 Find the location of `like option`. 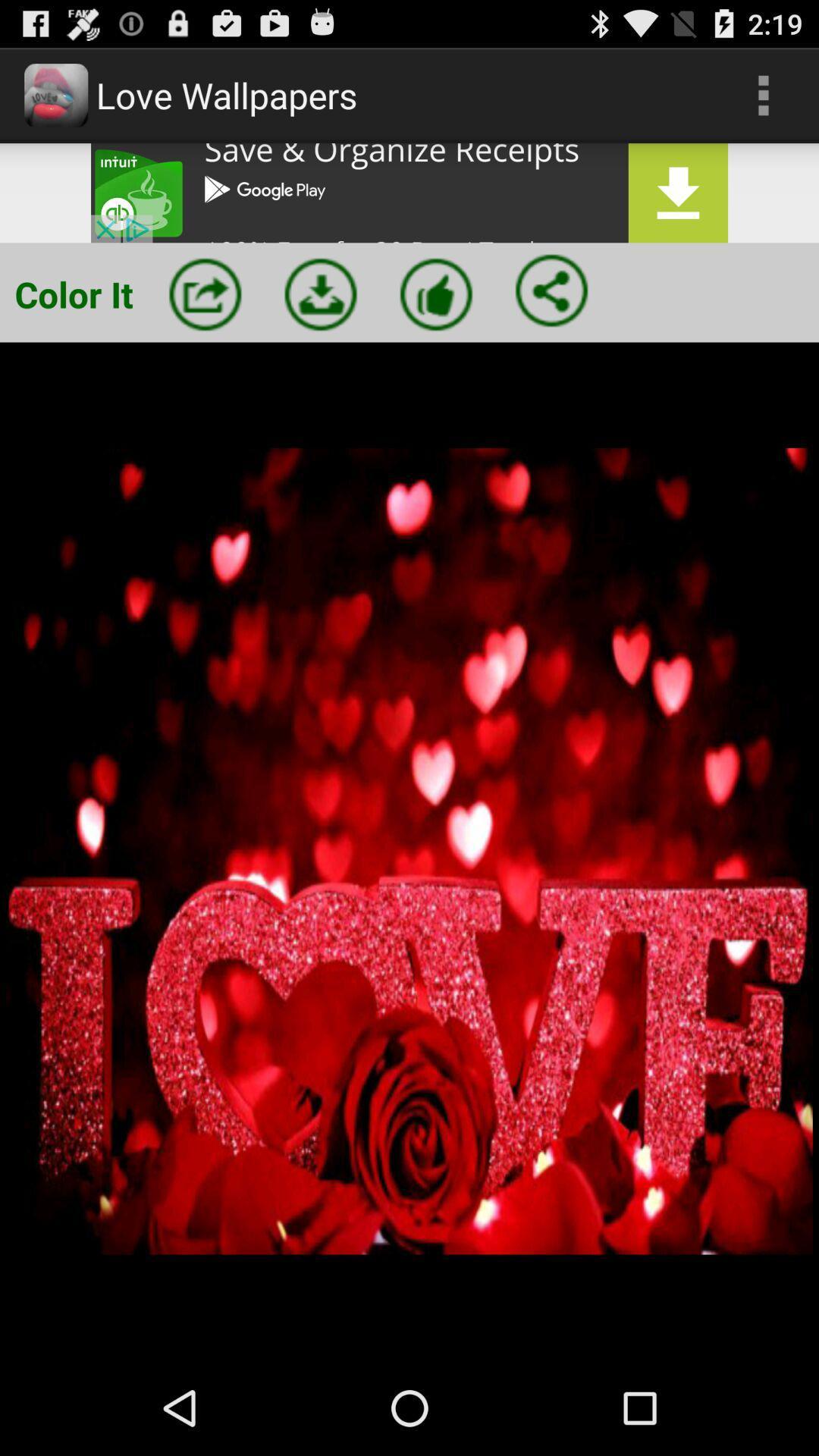

like option is located at coordinates (436, 294).